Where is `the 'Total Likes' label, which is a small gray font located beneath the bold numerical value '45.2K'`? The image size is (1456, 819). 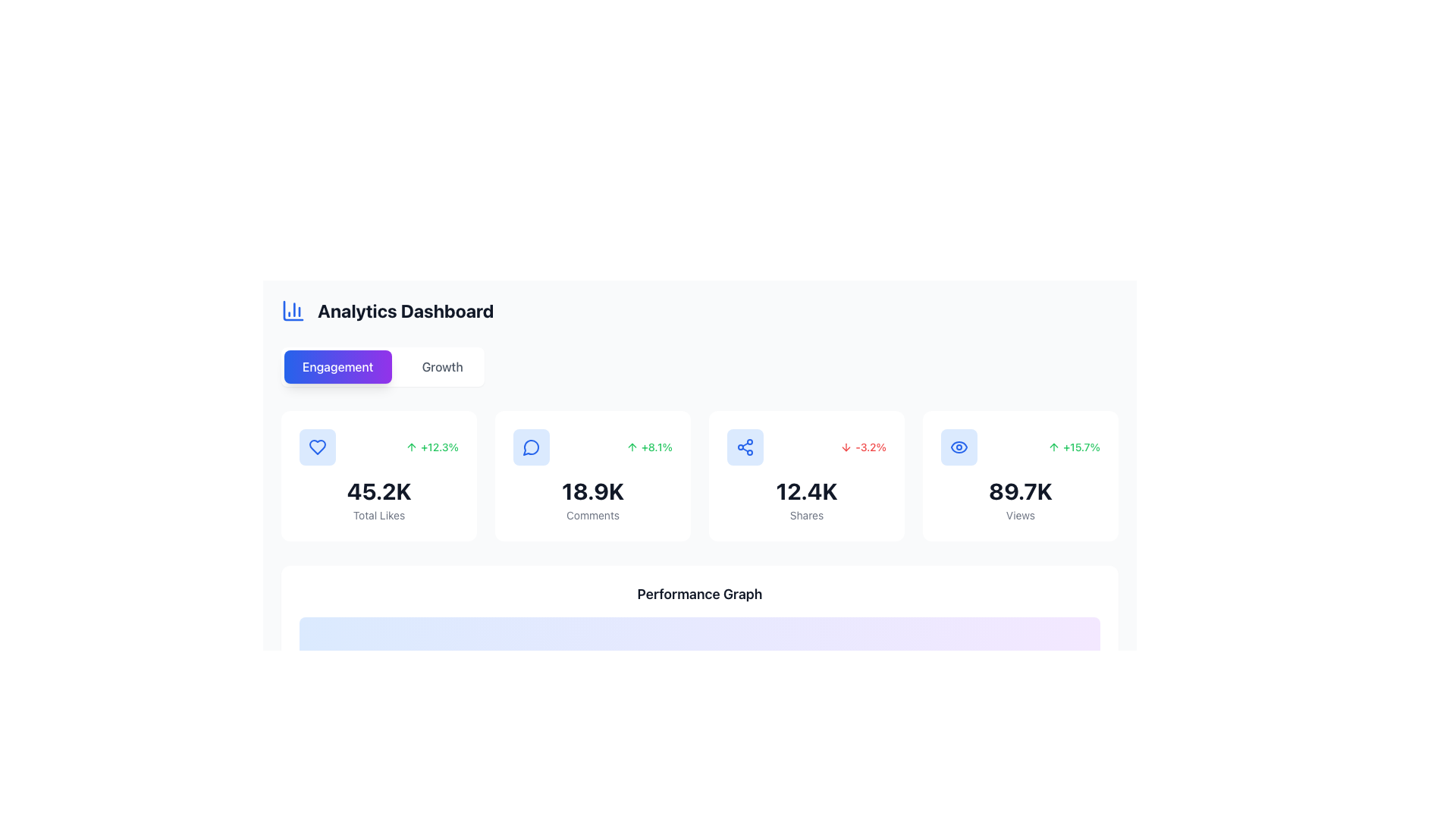 the 'Total Likes' label, which is a small gray font located beneath the bold numerical value '45.2K' is located at coordinates (378, 514).